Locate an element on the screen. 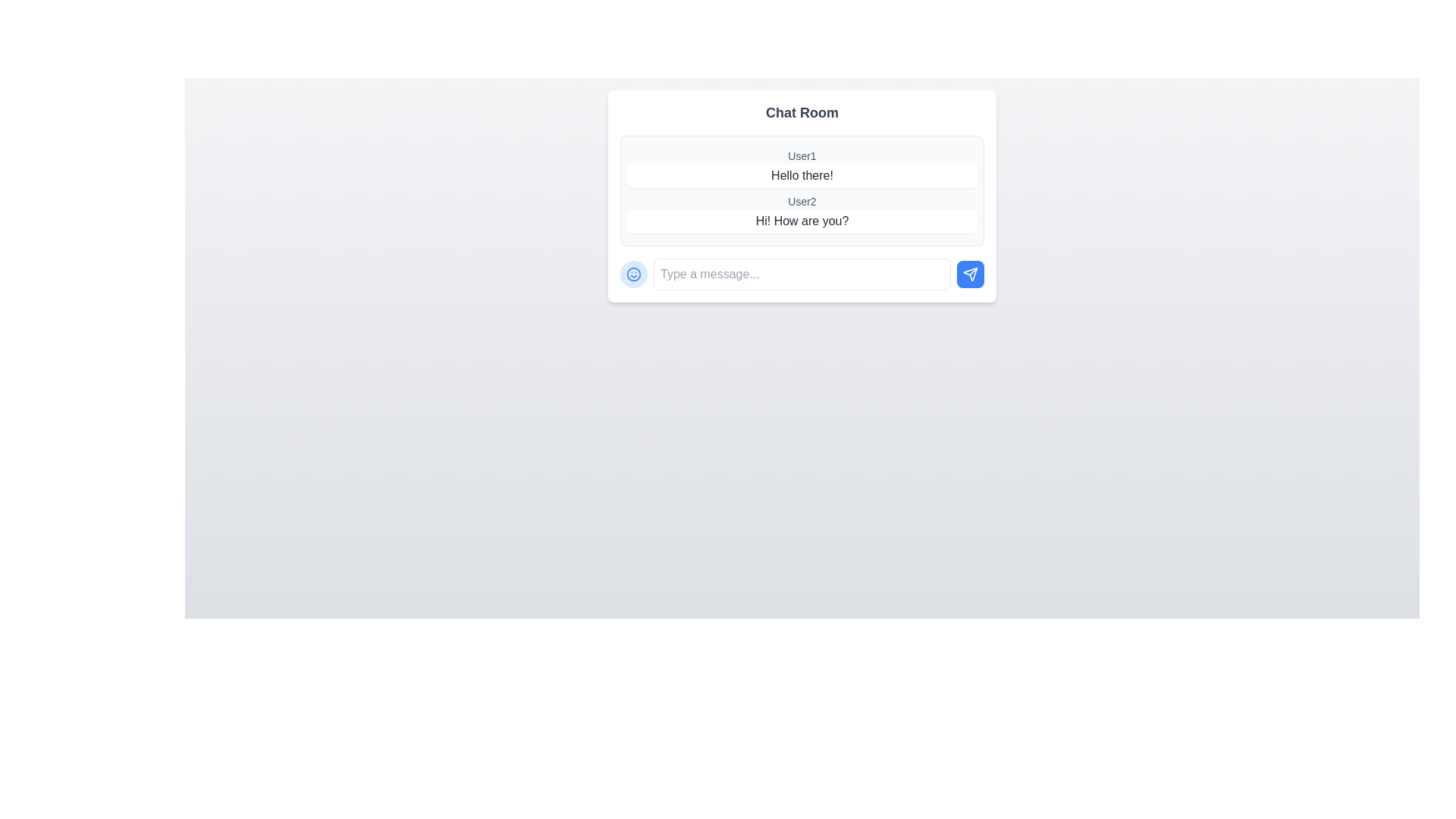 This screenshot has height=819, width=1456. message displayed in the white, rounded rectangle text box containing the text 'Hi! How are you?' below 'Hello there!' from 'User1' in the chat interface is located at coordinates (801, 221).